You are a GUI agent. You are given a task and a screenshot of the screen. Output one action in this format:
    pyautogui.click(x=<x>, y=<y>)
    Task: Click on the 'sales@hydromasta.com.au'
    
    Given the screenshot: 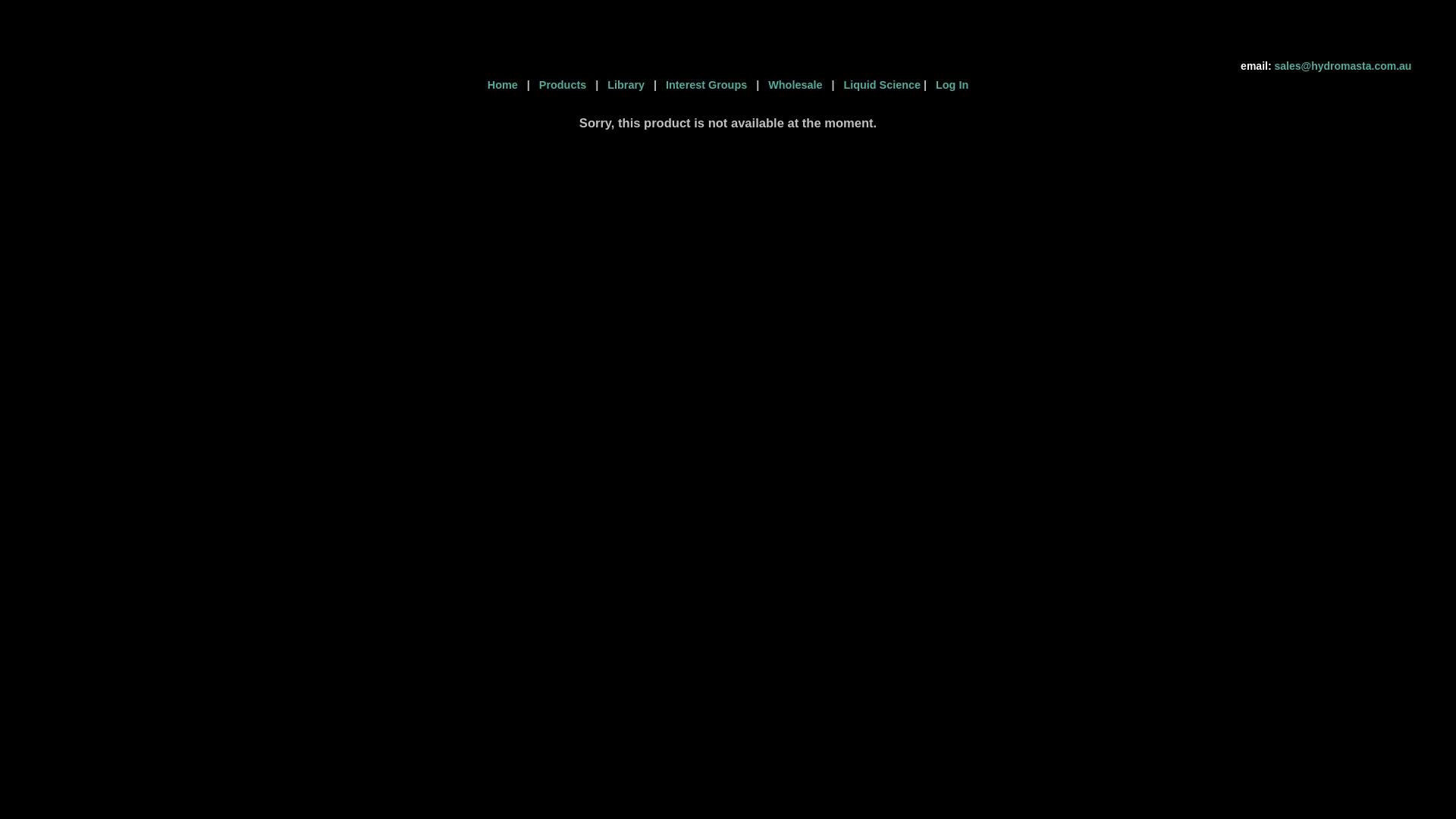 What is the action you would take?
    pyautogui.click(x=1341, y=65)
    